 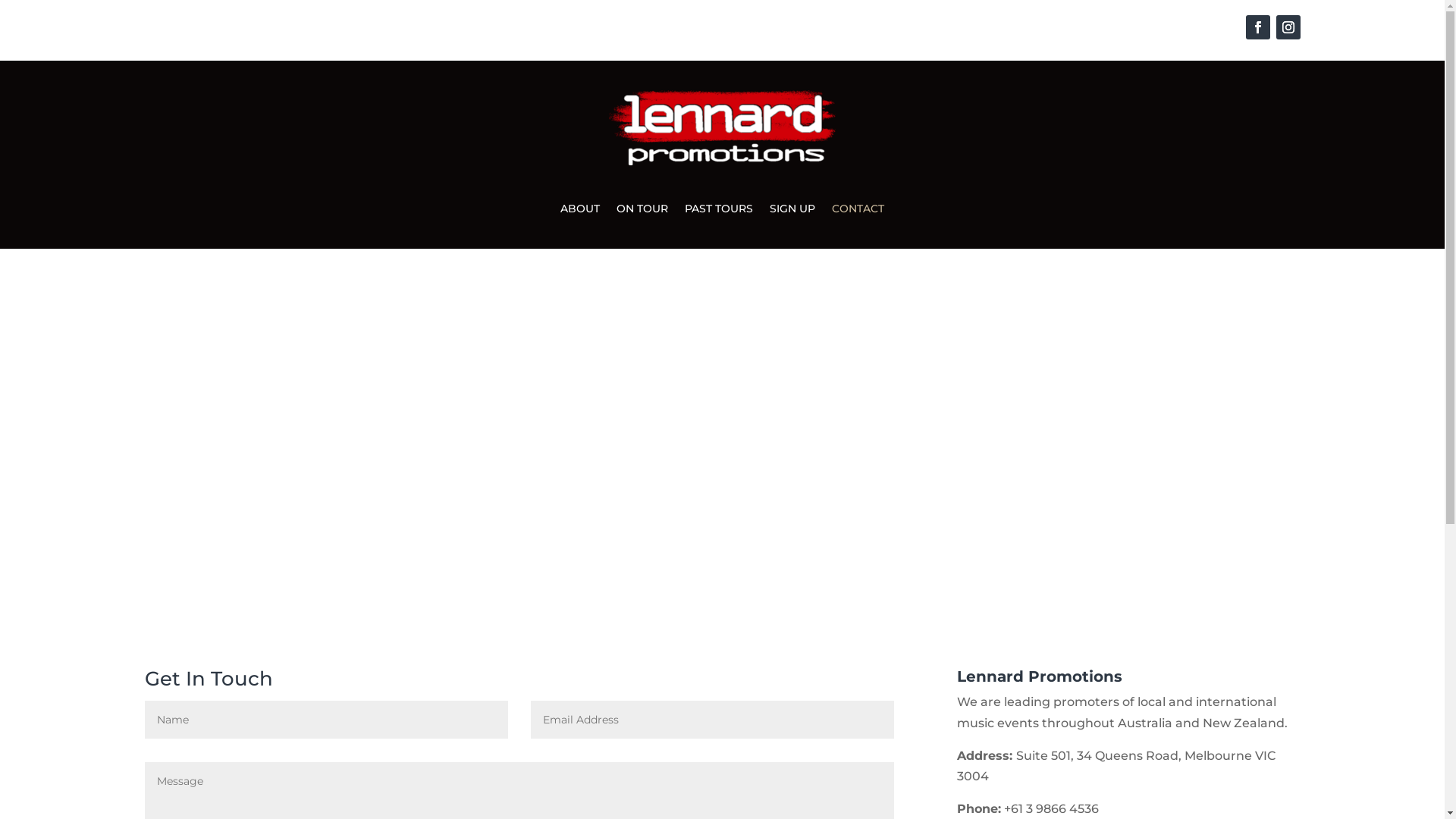 I want to click on 'CONTACT', so click(x=858, y=211).